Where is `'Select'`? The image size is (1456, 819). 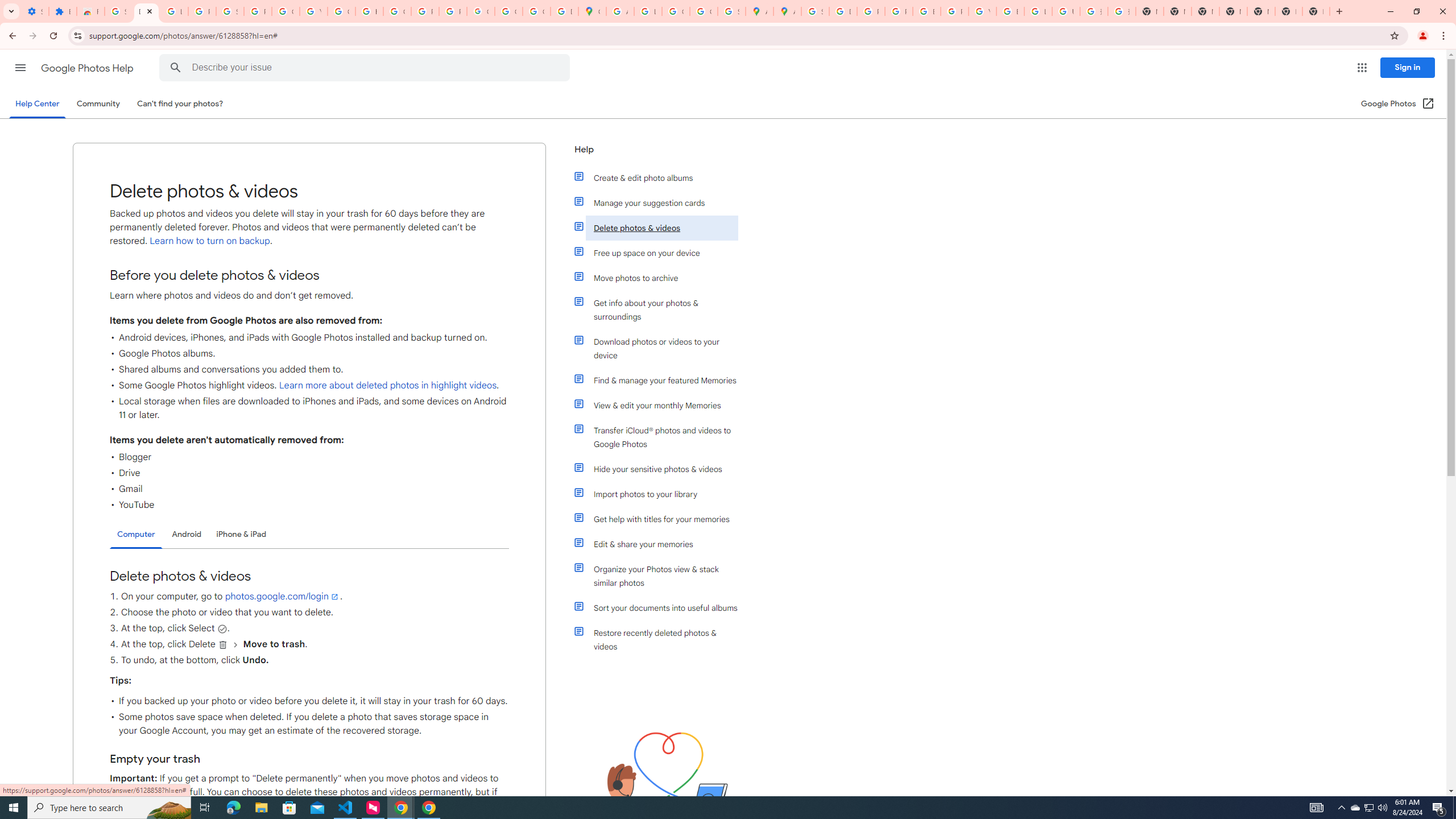 'Select' is located at coordinates (222, 628).